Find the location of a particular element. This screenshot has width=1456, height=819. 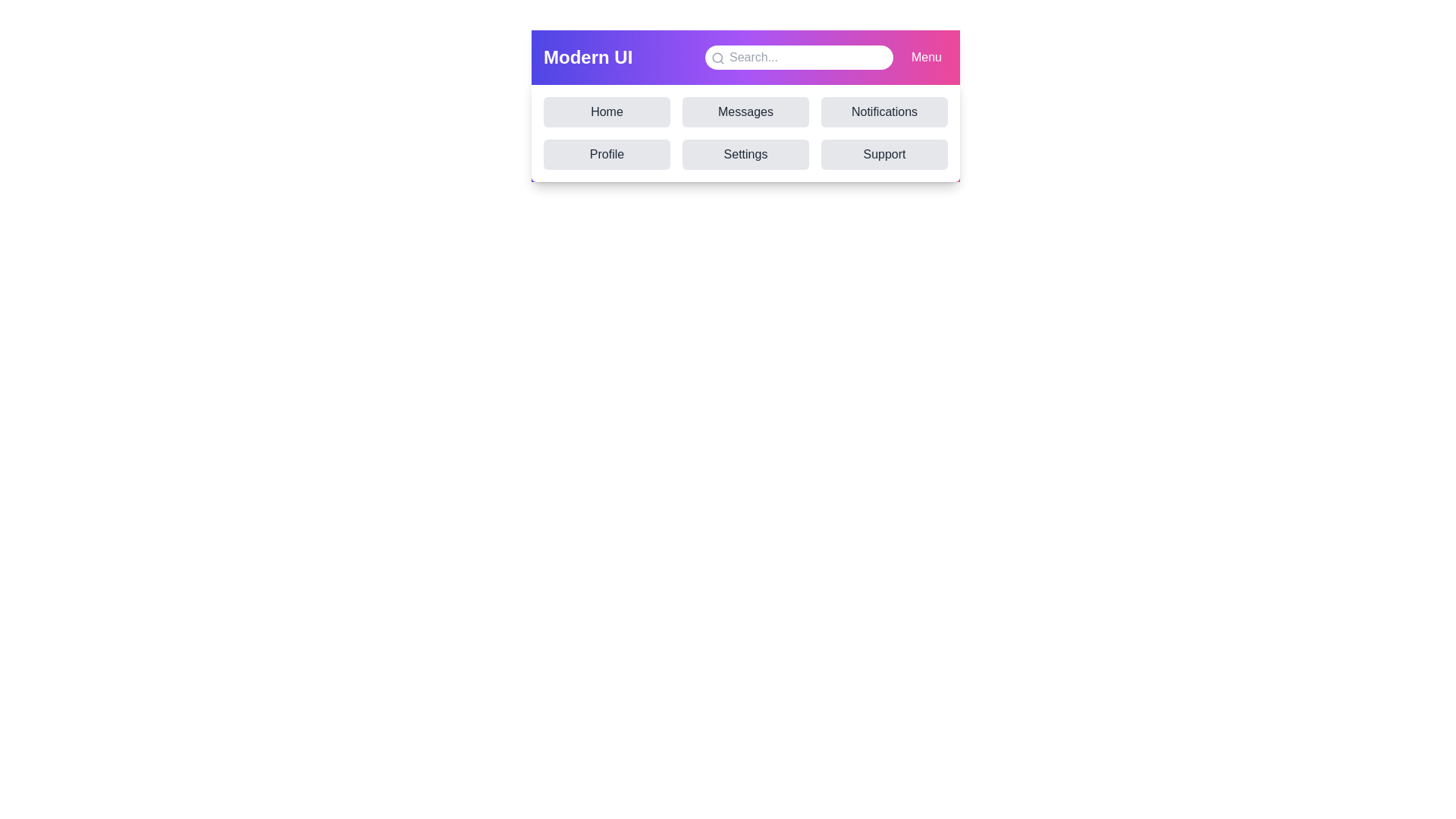

the navigation item Profile to simulate navigation is located at coordinates (607, 155).